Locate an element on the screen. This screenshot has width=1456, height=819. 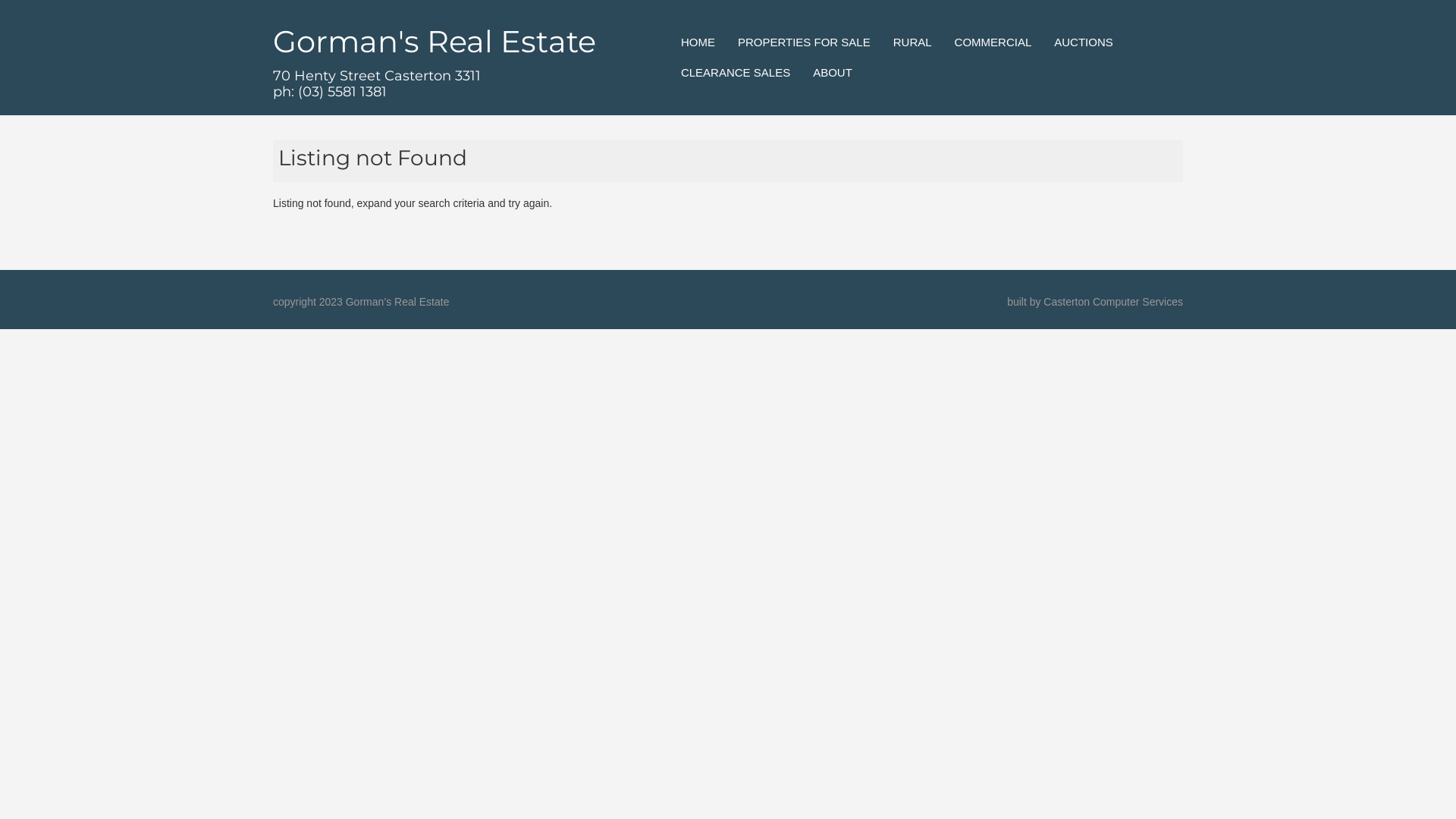
'Skip to content' is located at coordinates (698, 34).